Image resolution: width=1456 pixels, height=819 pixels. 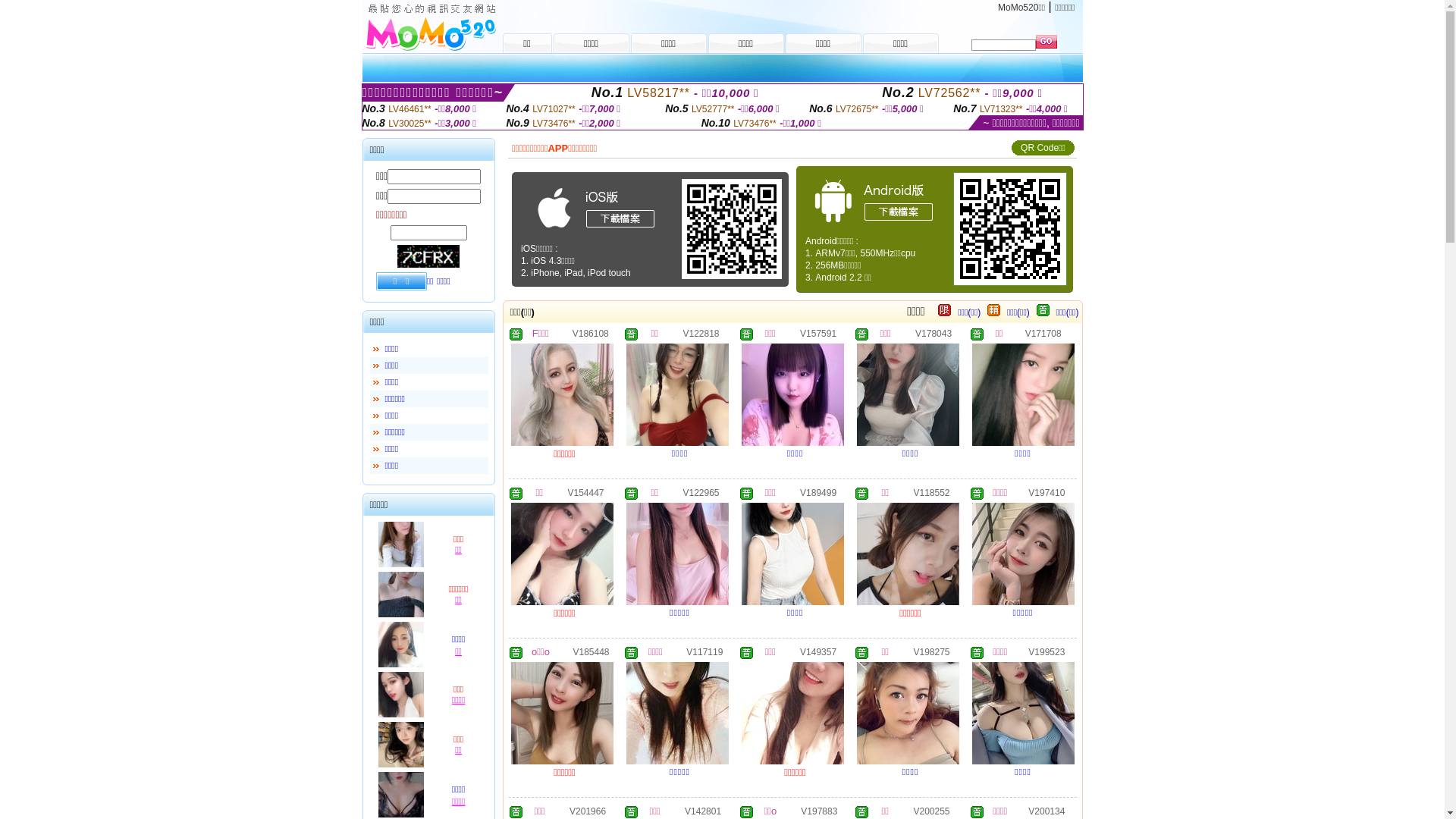 I want to click on 'V186108', so click(x=589, y=332).